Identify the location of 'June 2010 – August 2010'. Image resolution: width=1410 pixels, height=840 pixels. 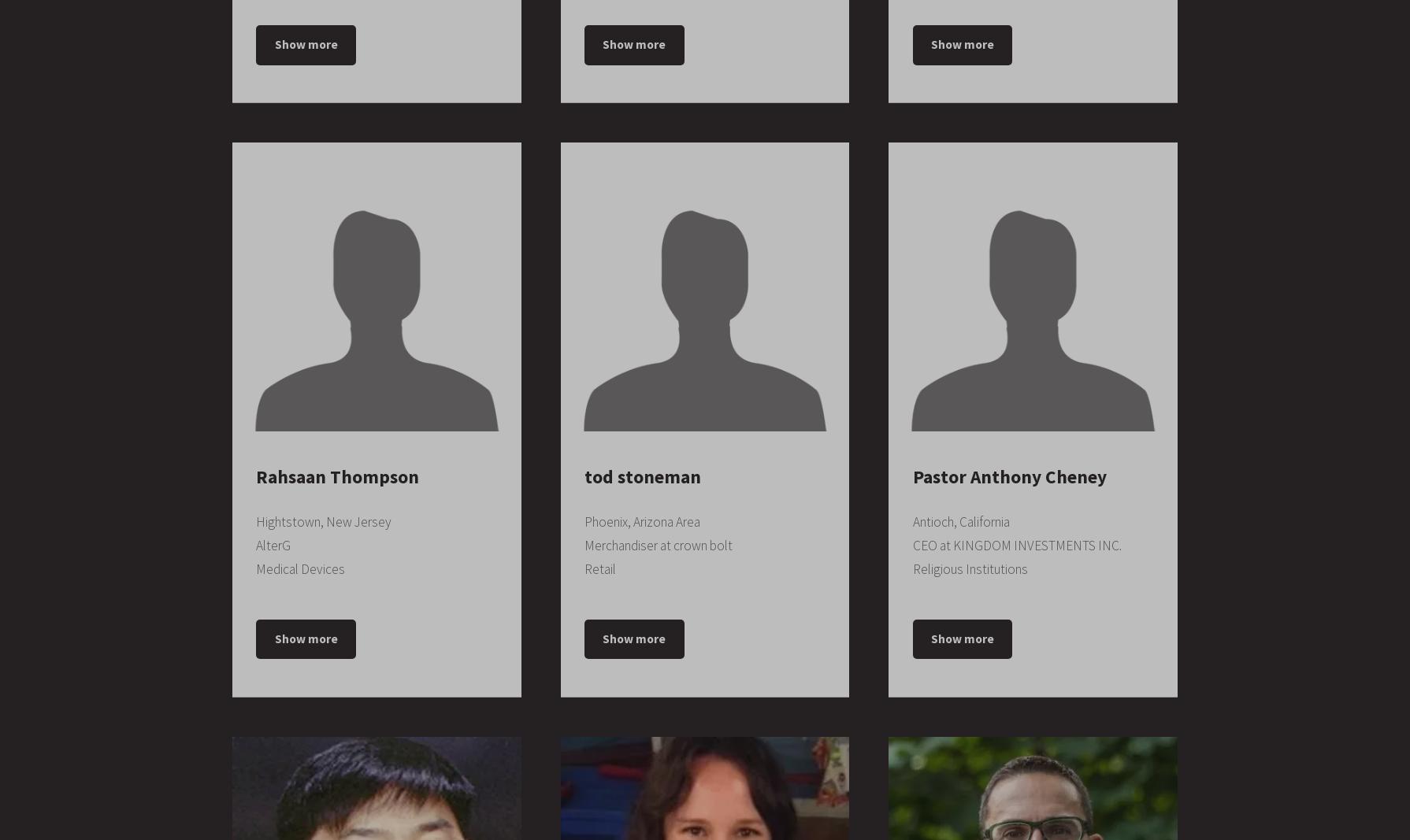
(1046, 524).